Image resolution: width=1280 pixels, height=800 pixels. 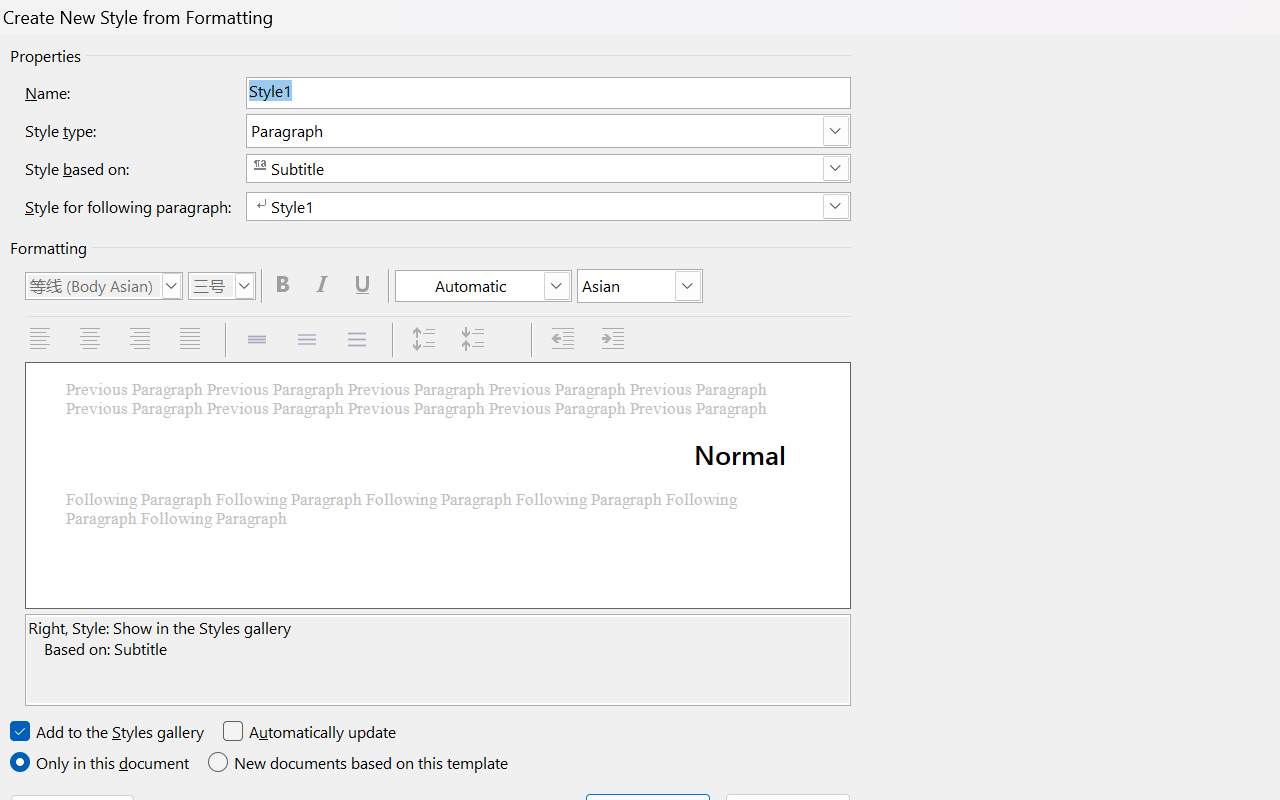 What do you see at coordinates (42, 339) in the screenshot?
I see `'Align Left'` at bounding box center [42, 339].